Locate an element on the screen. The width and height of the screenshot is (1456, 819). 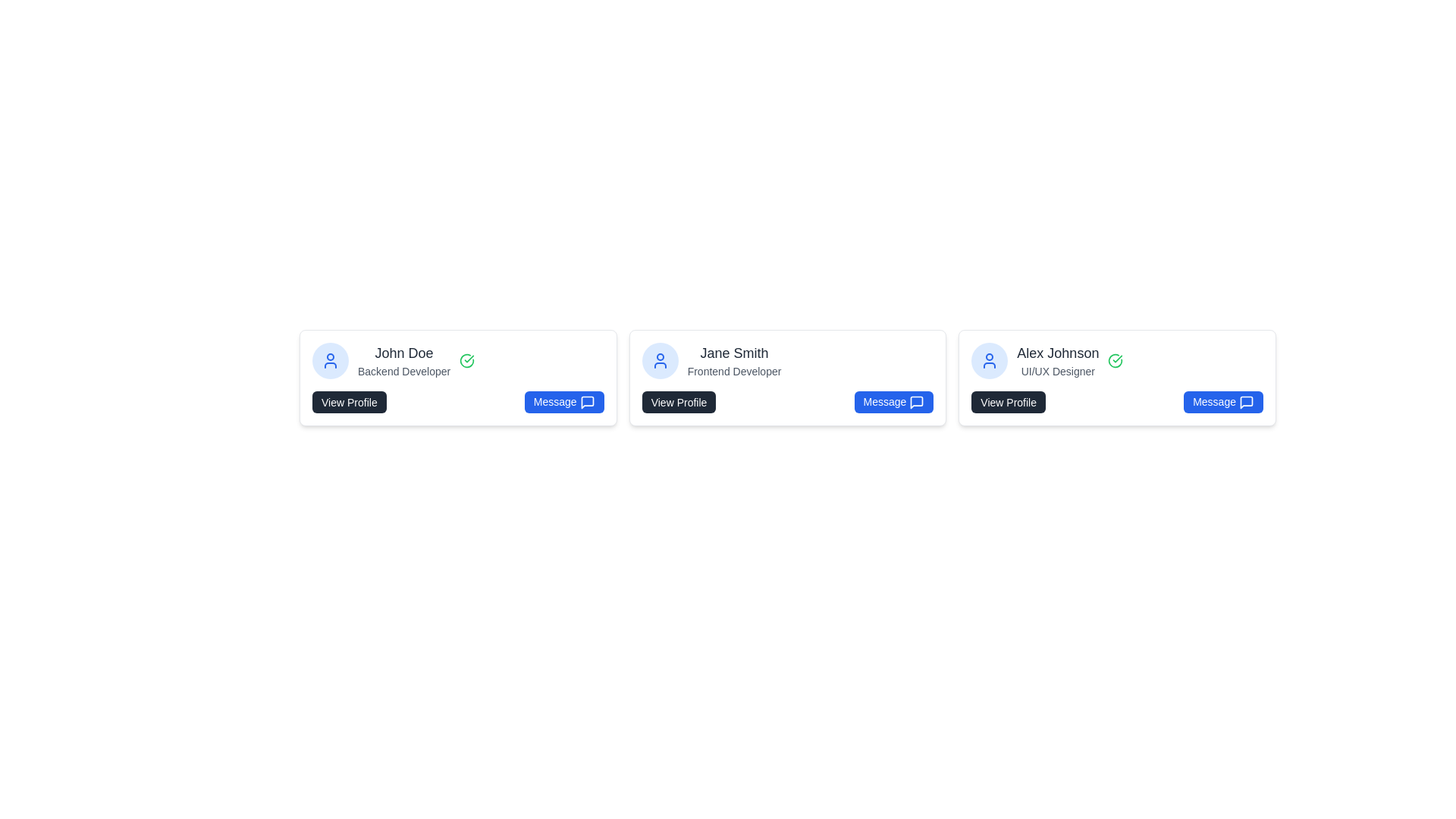
the 'View Profile' button with a dark-gray background located below 'Alex Johnson' to change its appearance is located at coordinates (1009, 401).